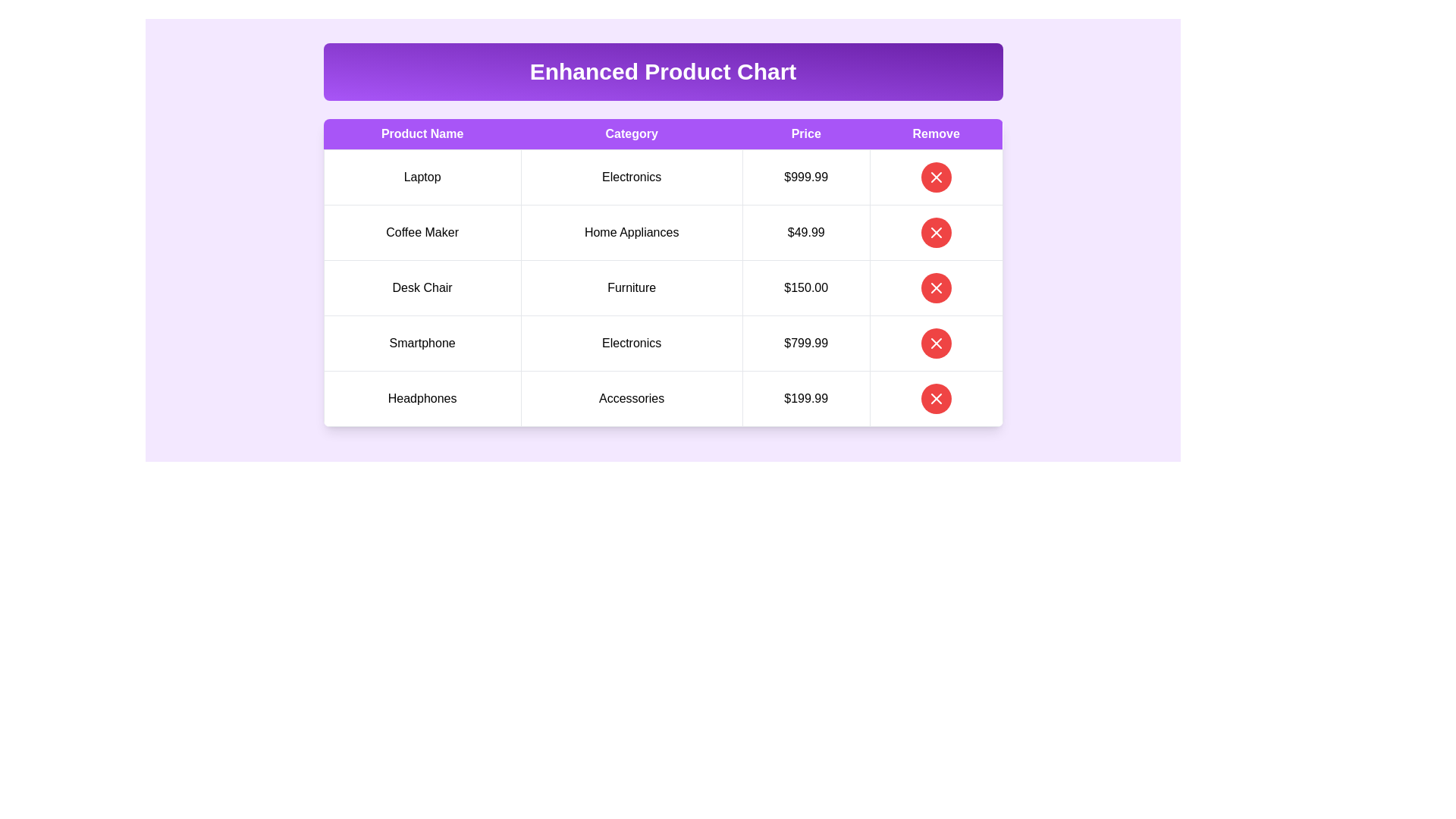 This screenshot has width=1456, height=819. Describe the element at coordinates (935, 288) in the screenshot. I see `the circular red button with a white cross icon located in the 'Remove' column of the third row of the table` at that location.